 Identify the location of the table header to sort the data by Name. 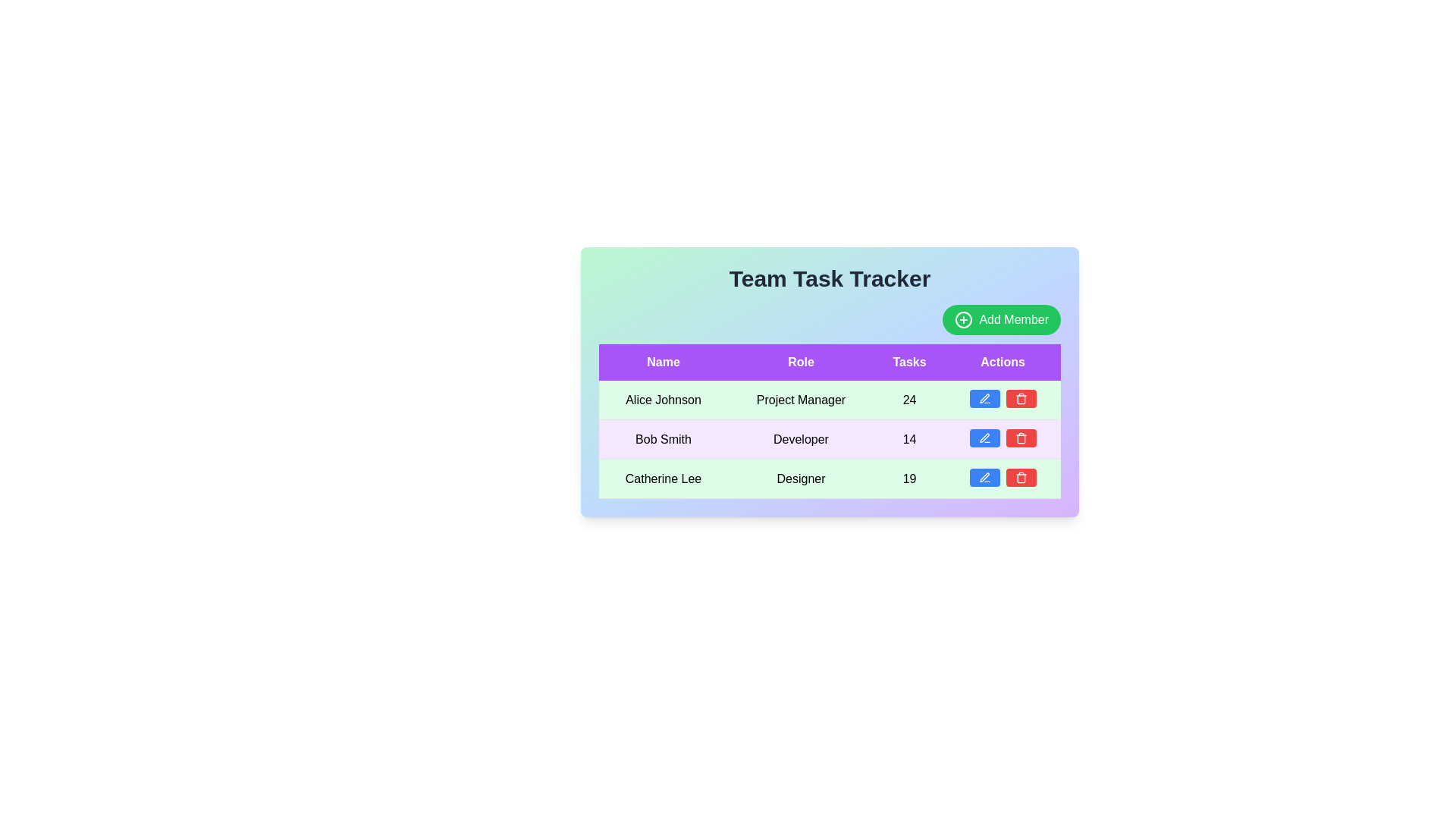
(663, 362).